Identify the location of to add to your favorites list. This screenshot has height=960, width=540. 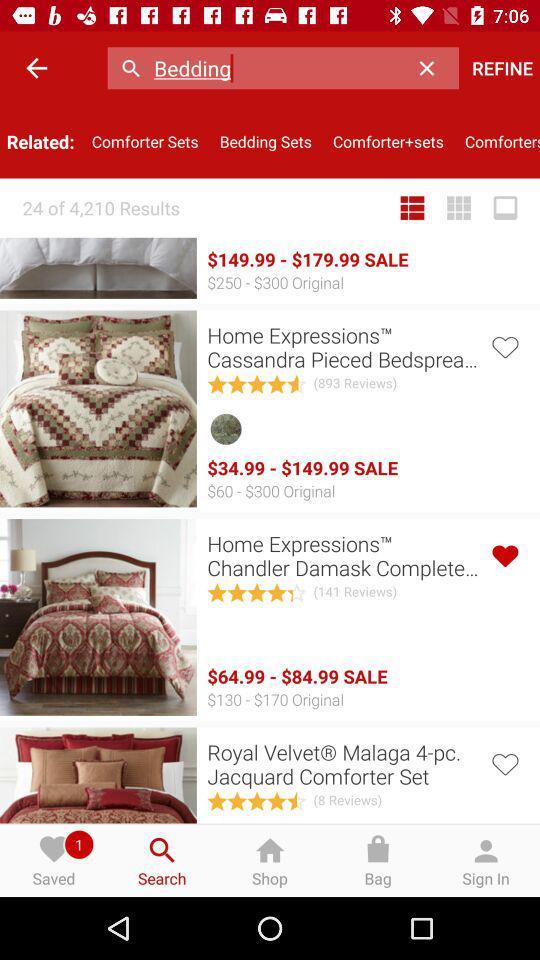
(503, 345).